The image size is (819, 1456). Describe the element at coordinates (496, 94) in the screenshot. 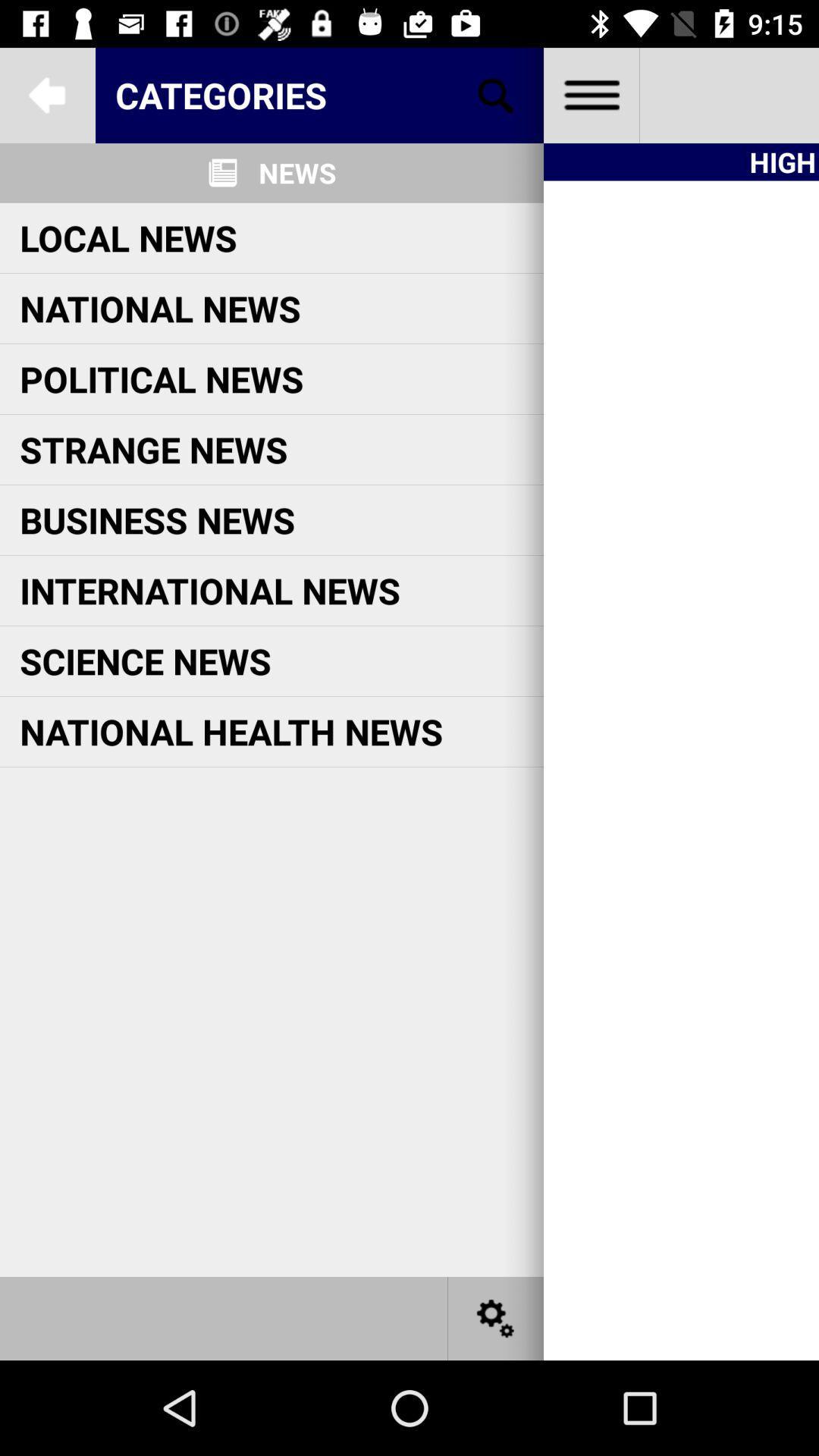

I see `the search icon` at that location.